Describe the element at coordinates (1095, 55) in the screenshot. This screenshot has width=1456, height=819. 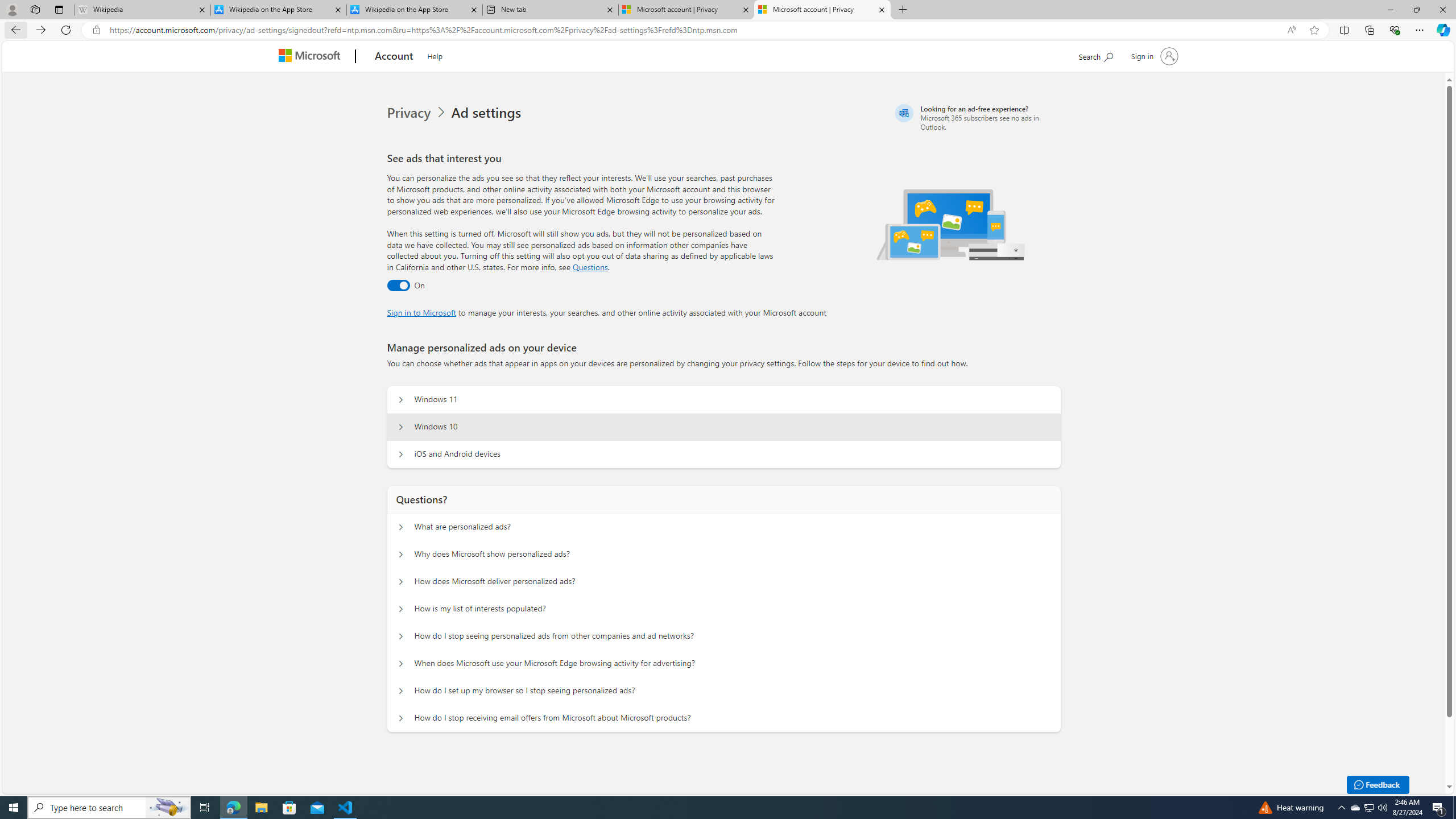
I see `'Search Microsoft.com'` at that location.